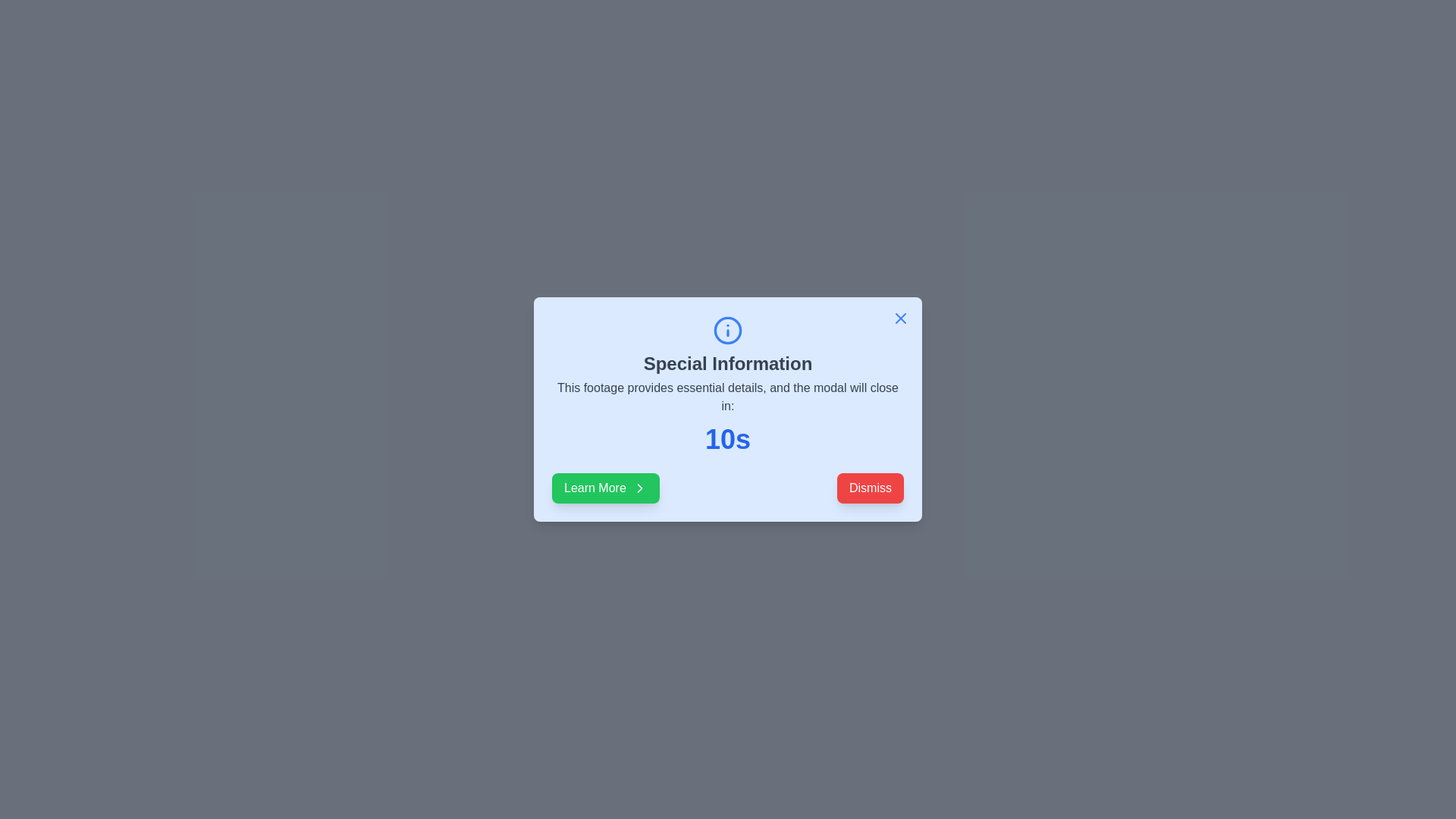  Describe the element at coordinates (728, 397) in the screenshot. I see `information from the second text block within the modal dialog, located below the title 'Special Information' and above the countdown '10s'` at that location.